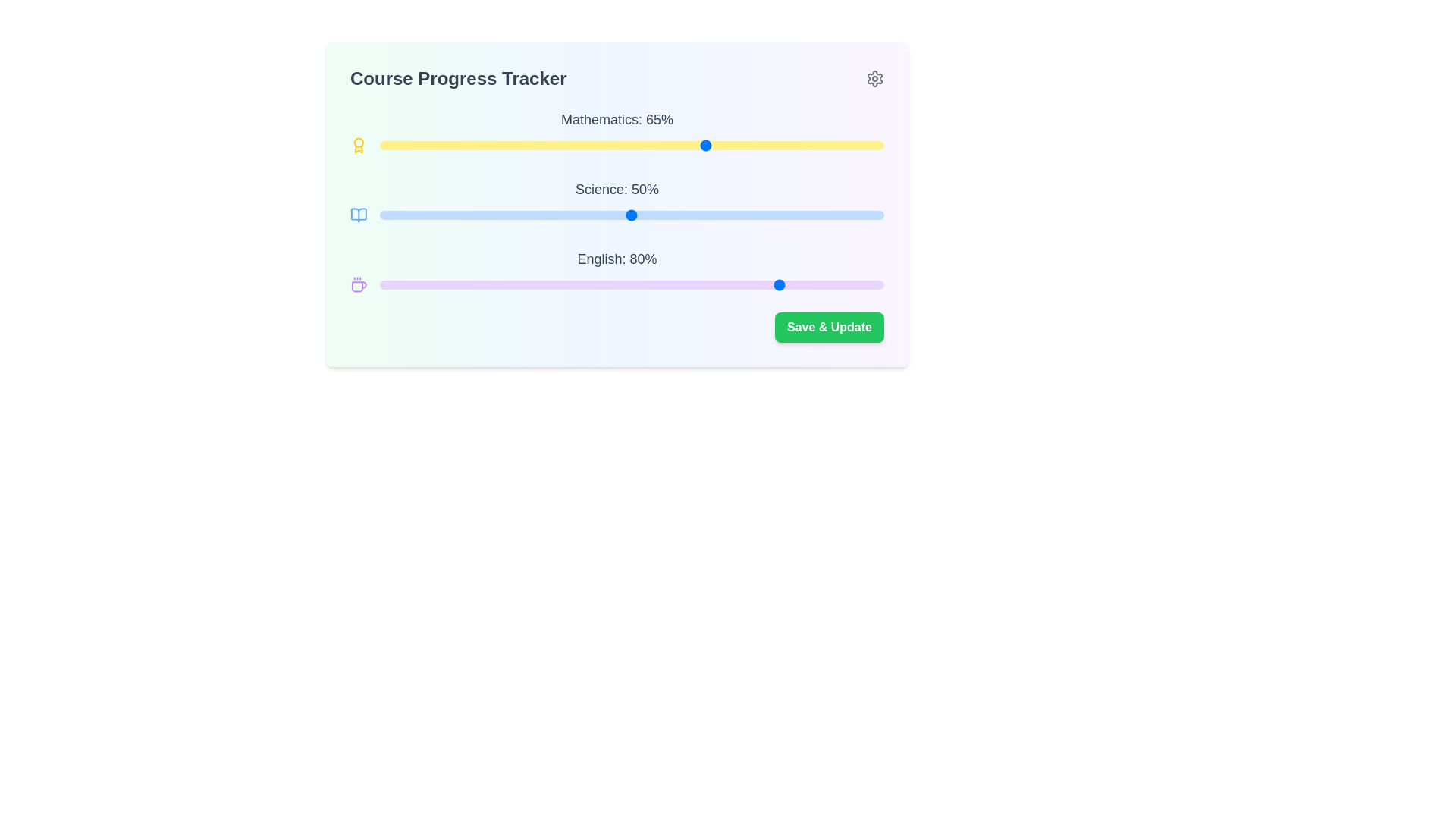 This screenshot has height=819, width=1456. Describe the element at coordinates (424, 215) in the screenshot. I see `progress` at that location.